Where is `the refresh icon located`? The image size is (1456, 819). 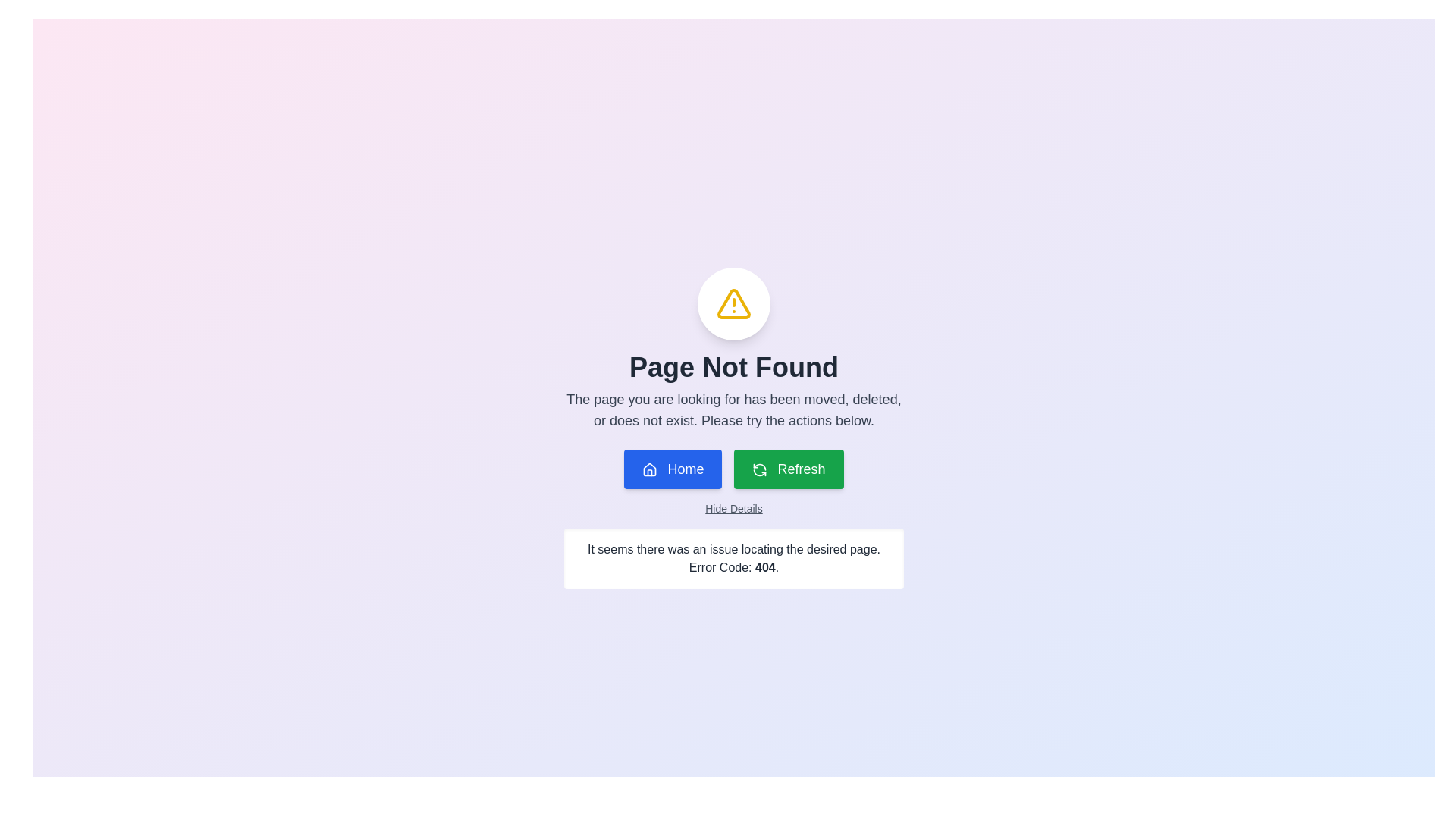 the refresh icon located is located at coordinates (760, 472).